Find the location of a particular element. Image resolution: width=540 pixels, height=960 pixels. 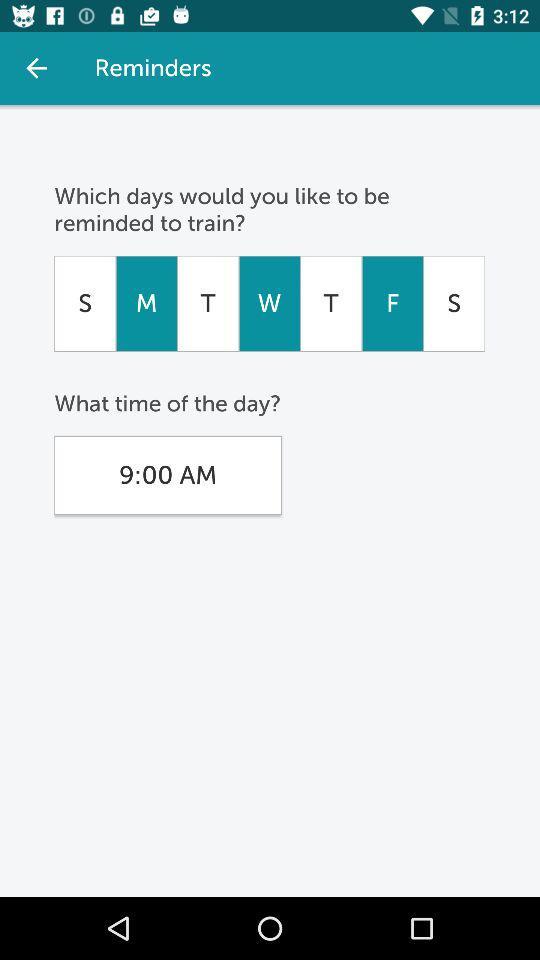

icon next to s icon is located at coordinates (392, 303).